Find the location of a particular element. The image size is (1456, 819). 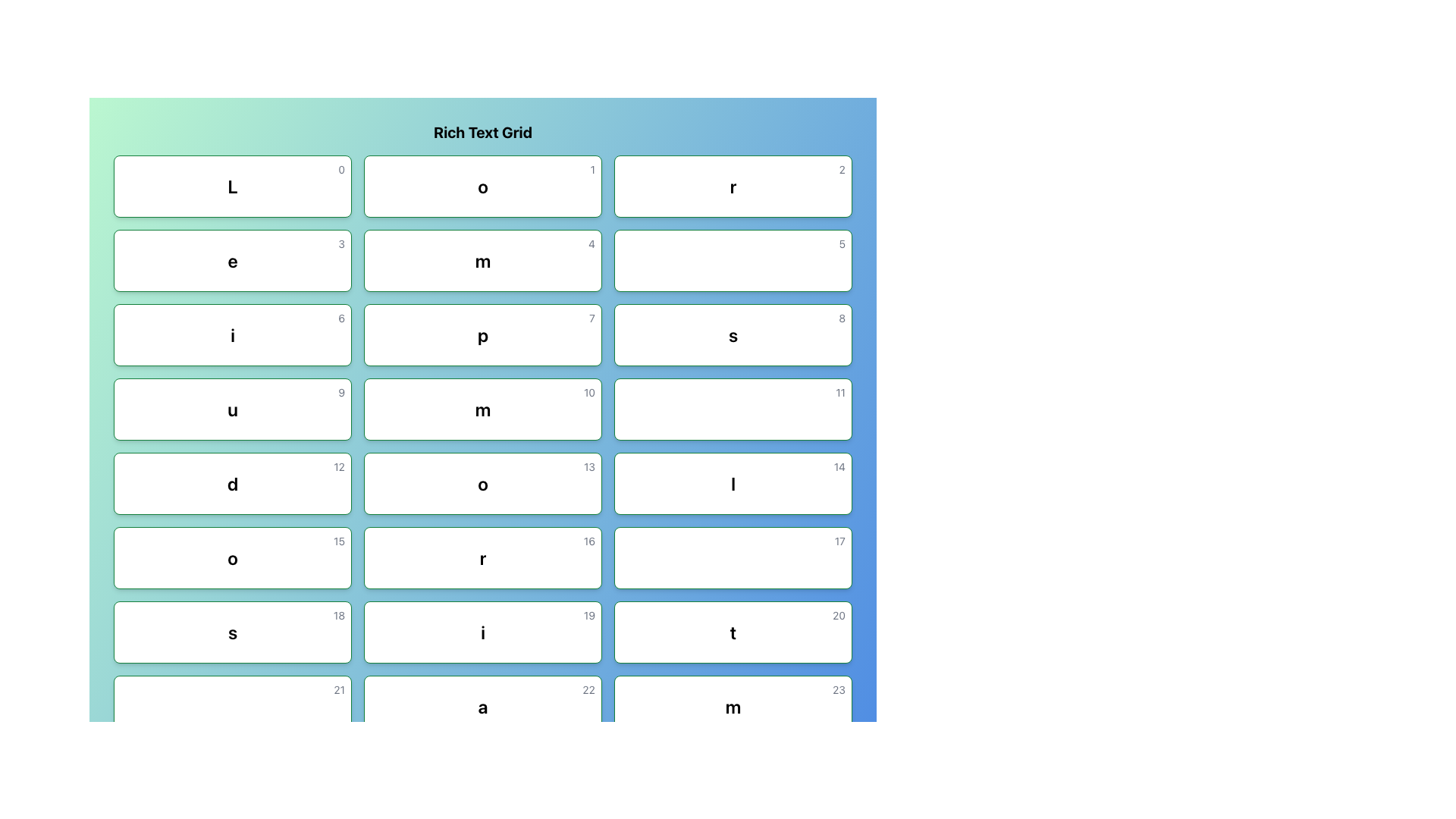

the Display Card featuring a prominent black letter 'p' in the center, located in the fourth row and second column of the grid layout is located at coordinates (482, 334).